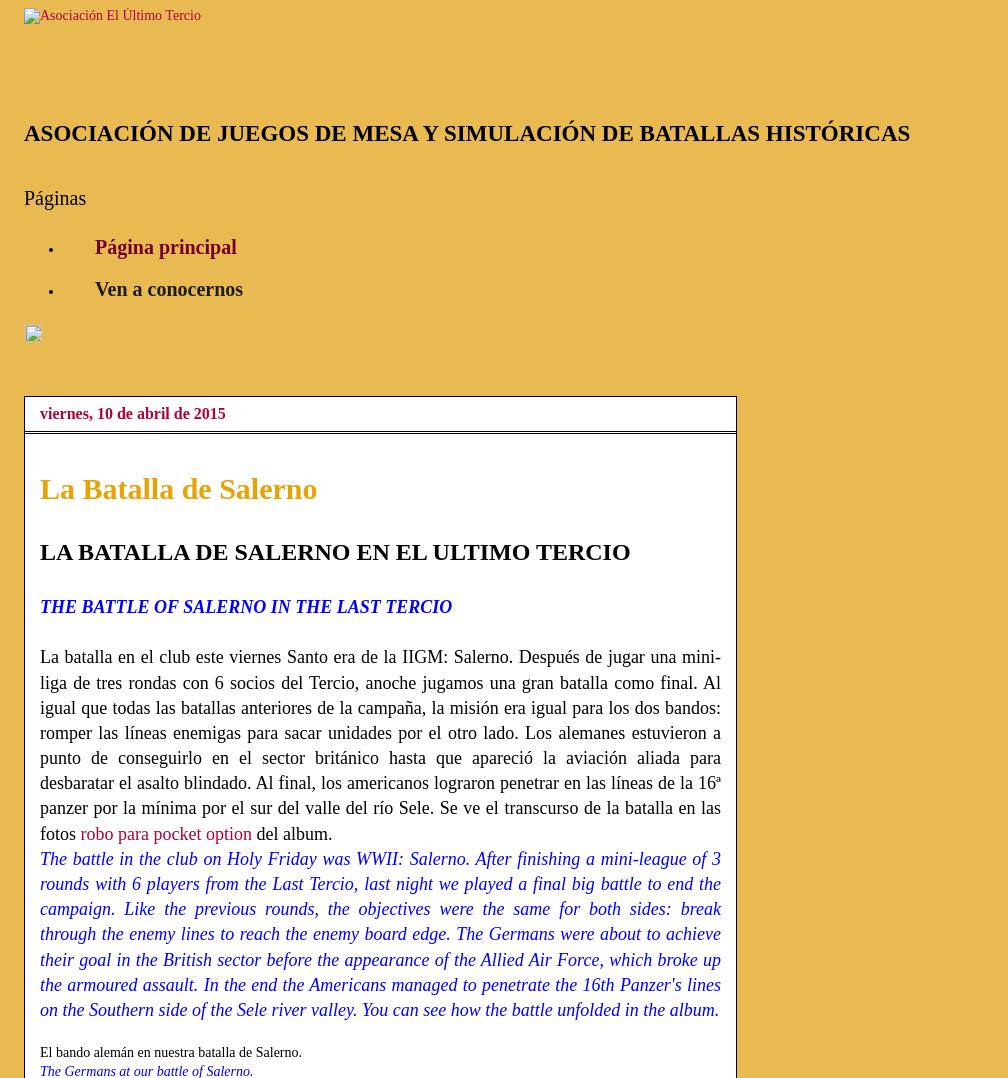 Image resolution: width=1008 pixels, height=1078 pixels. What do you see at coordinates (334, 551) in the screenshot?
I see `'LA BATALLA DE SALERNO EN EL ULTIMO TERCIO'` at bounding box center [334, 551].